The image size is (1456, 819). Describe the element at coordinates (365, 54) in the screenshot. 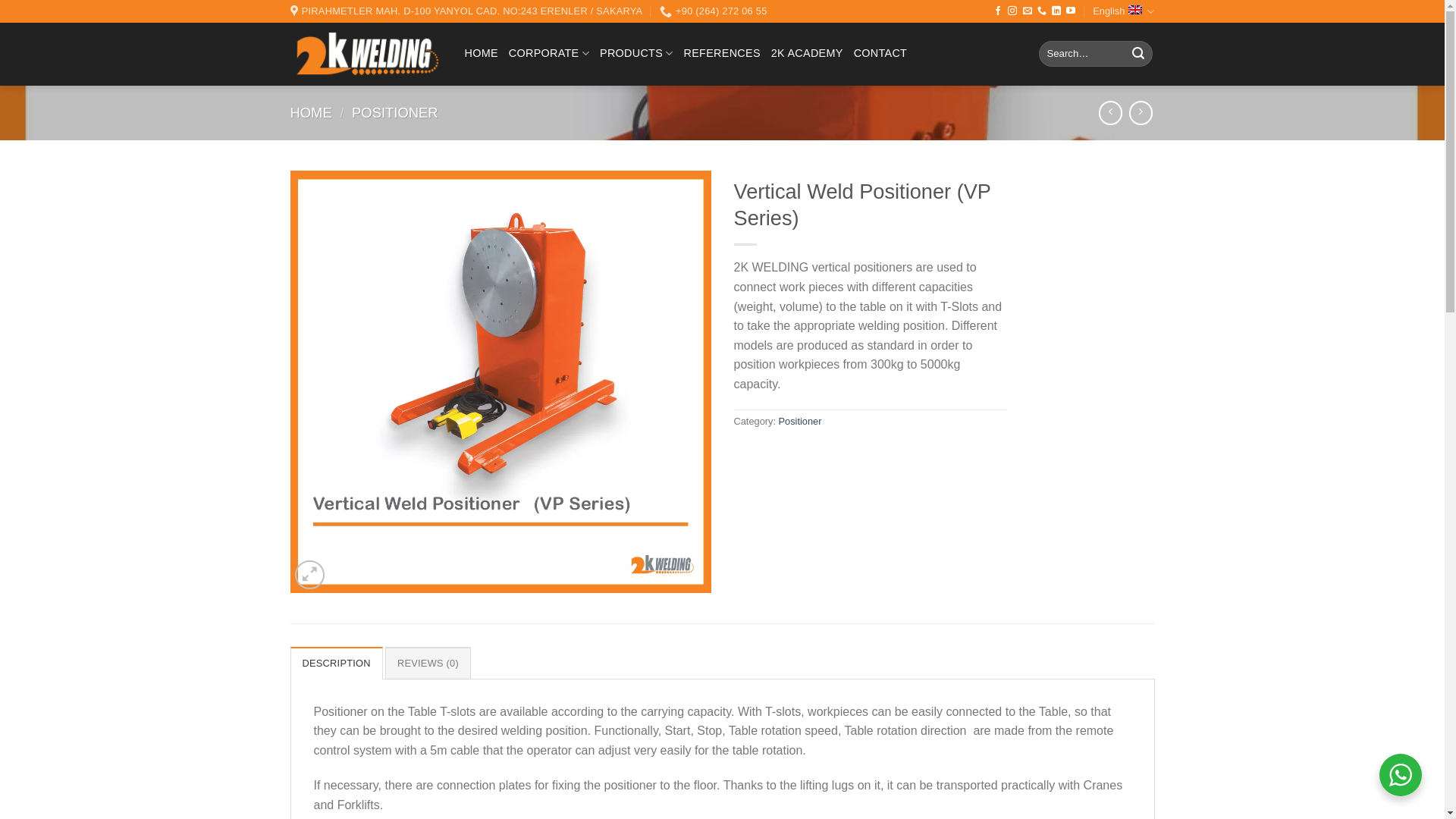

I see `'2k Welding - Your Solution Partner'` at that location.